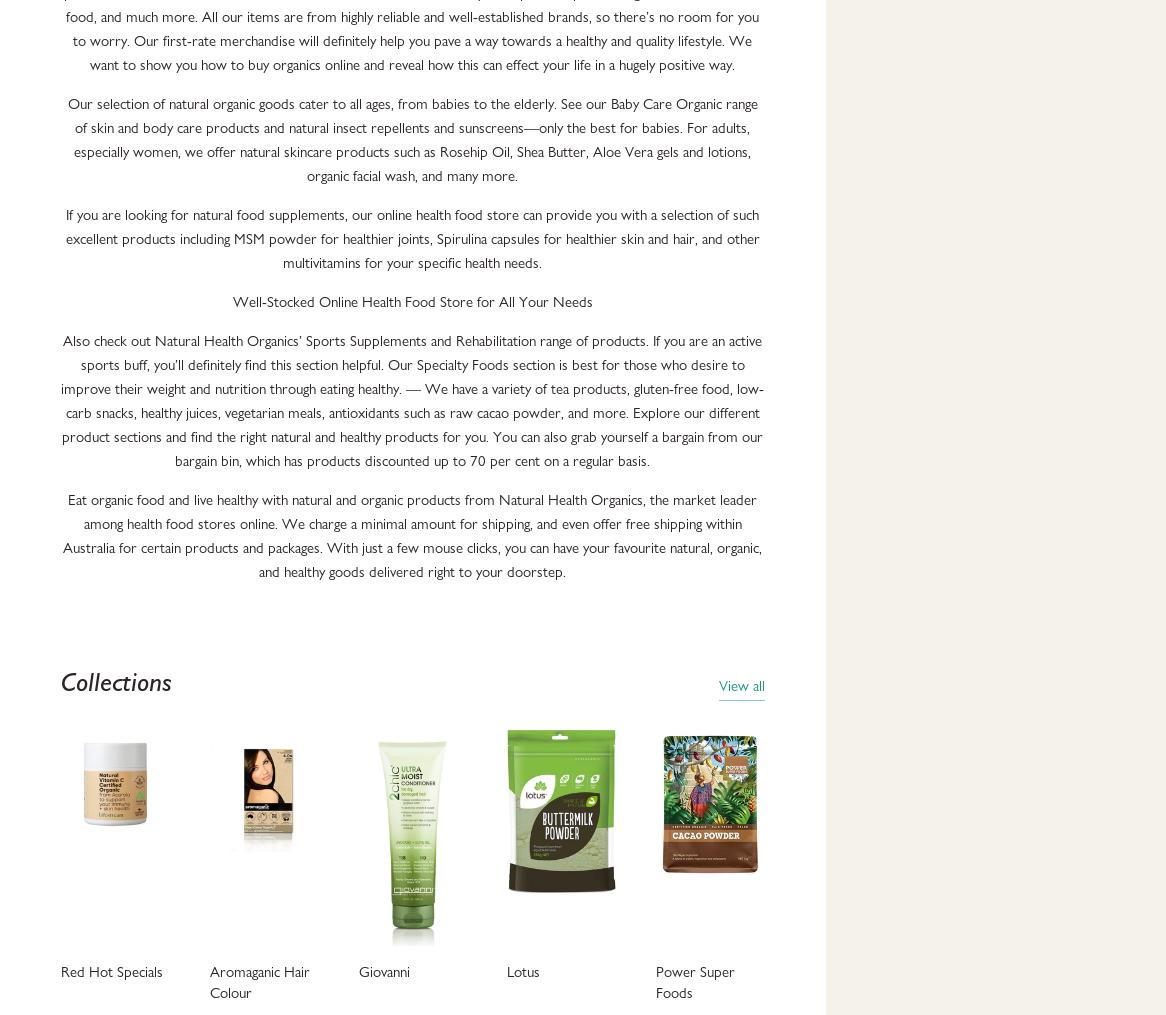  Describe the element at coordinates (411, 400) in the screenshot. I see `'Also check out Natural Health Organics’ Sports Supplements and Rehabilitation range of products. If you are an active sports buff, you’ll definitely find this section helpful. Our Specialty Foods section is best for those who desire to improve their weight and nutrition through eating healthy. — We have a variety of tea products, gluten-free food, low-carb snacks, healthy juices, vegetarian meals, antioxidants such as raw cacao powder, and more. Explore our different product sections and find the right natural and healthy products for you. You can also grab yourself a bargain from our bargain bin, which has products discounted up to 70 per cent on a regular basis.'` at that location.